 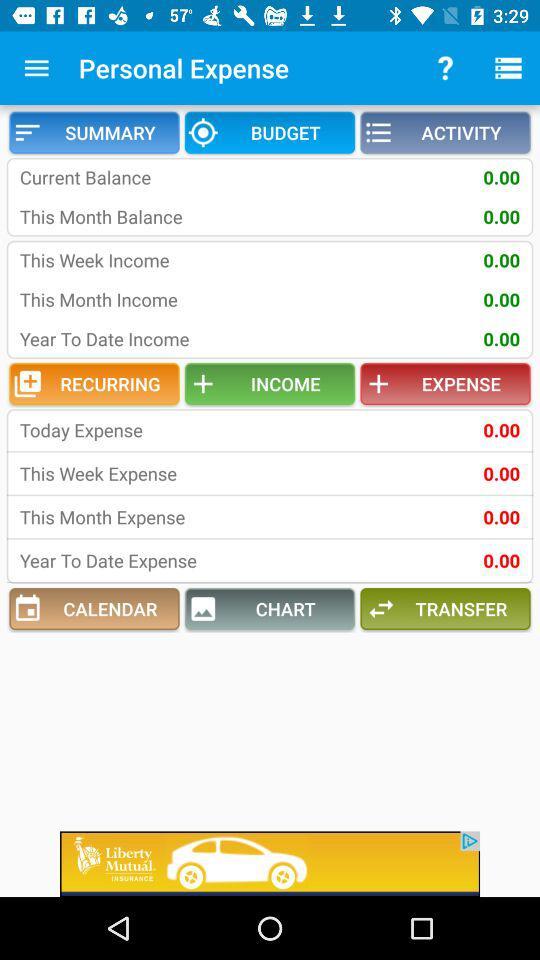 What do you see at coordinates (149, 430) in the screenshot?
I see `the today expense icon` at bounding box center [149, 430].